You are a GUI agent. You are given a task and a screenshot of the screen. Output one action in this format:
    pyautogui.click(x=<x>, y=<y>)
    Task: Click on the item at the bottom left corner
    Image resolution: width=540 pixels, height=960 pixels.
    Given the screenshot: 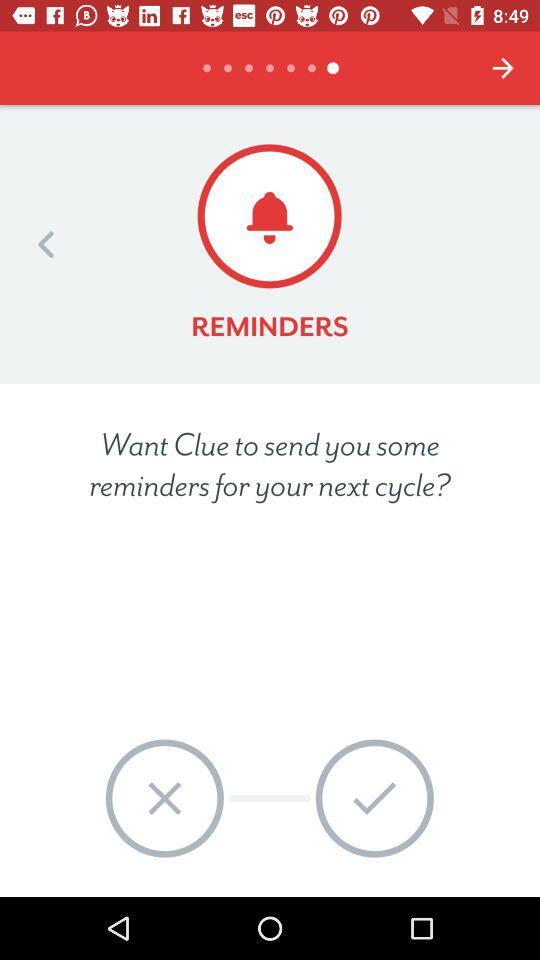 What is the action you would take?
    pyautogui.click(x=163, y=798)
    